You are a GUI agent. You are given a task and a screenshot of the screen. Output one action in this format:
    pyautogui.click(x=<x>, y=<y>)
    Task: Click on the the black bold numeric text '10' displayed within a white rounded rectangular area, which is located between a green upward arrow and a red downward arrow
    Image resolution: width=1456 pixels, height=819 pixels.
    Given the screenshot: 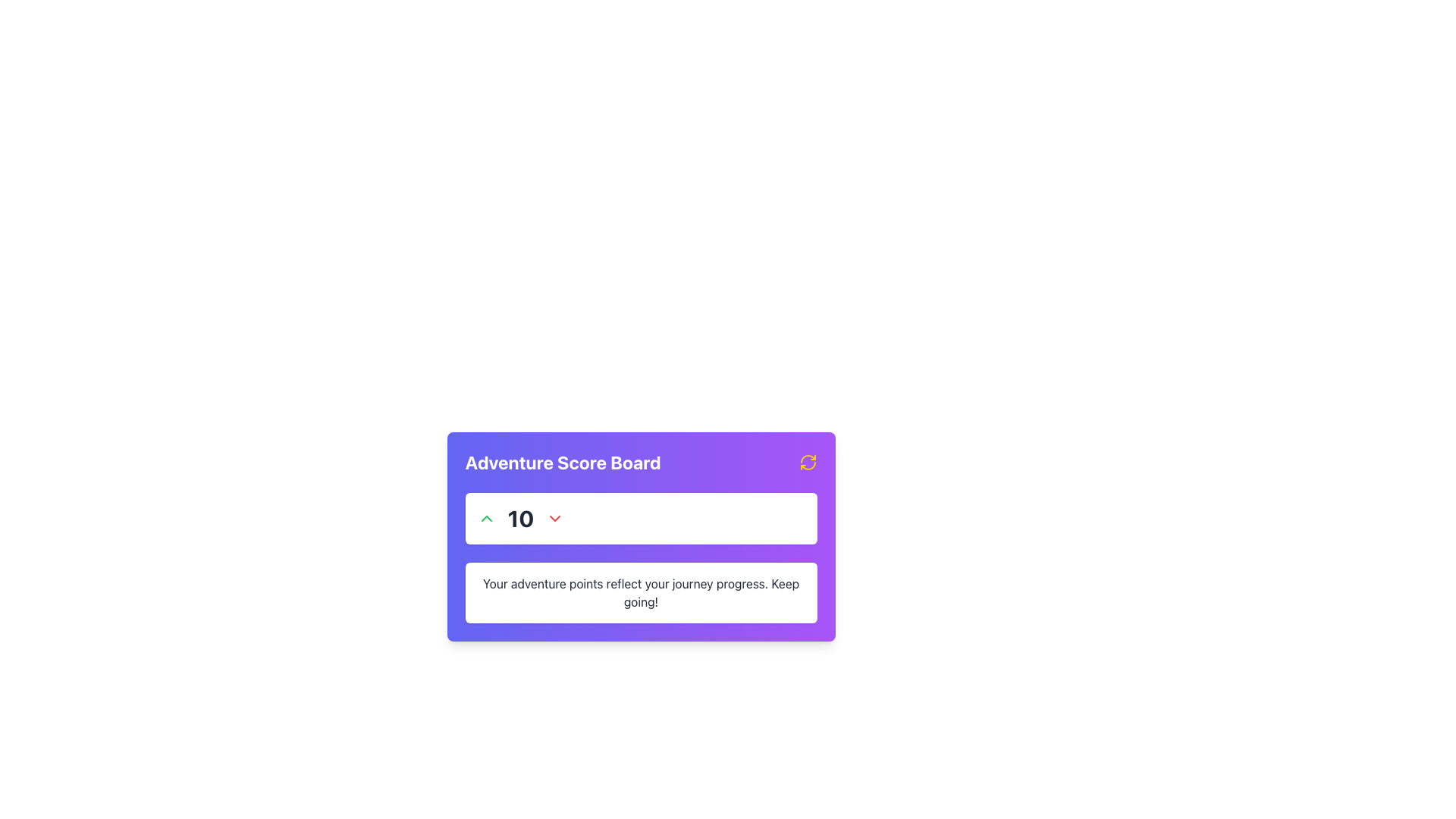 What is the action you would take?
    pyautogui.click(x=520, y=517)
    